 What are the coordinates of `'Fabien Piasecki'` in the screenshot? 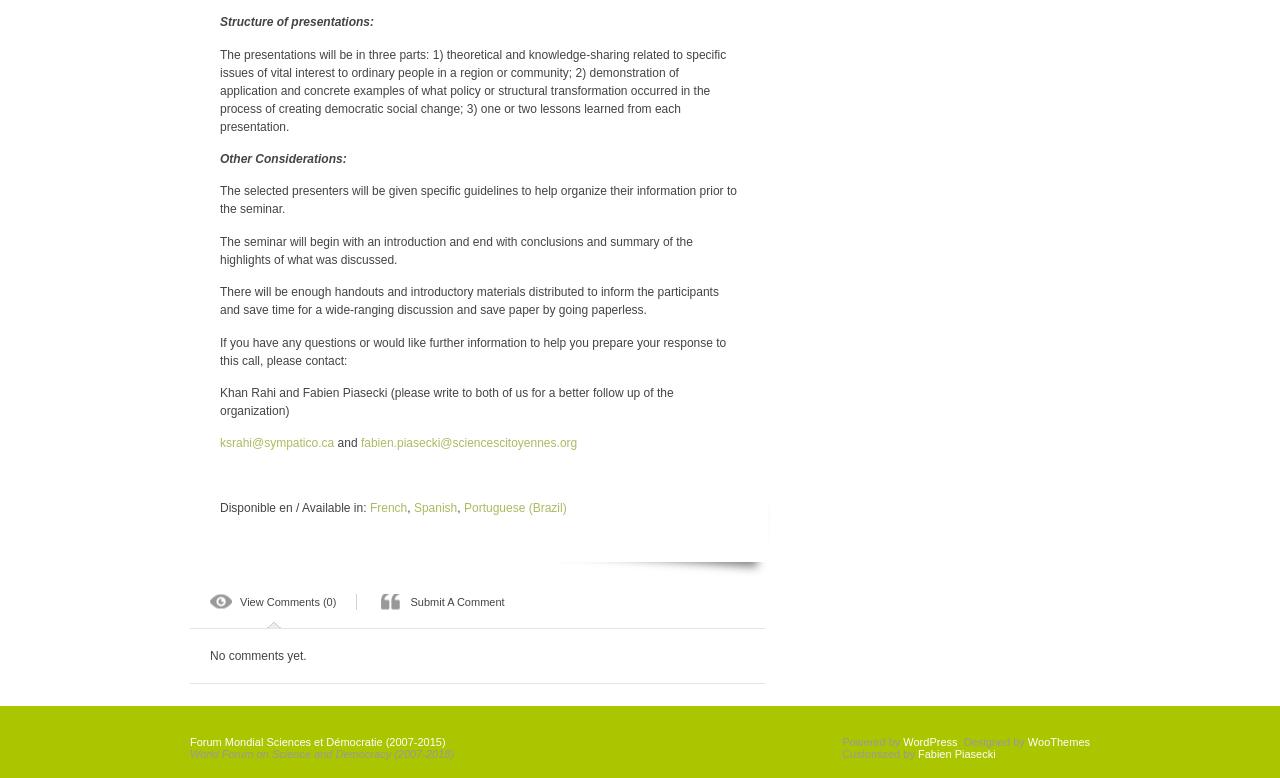 It's located at (915, 752).